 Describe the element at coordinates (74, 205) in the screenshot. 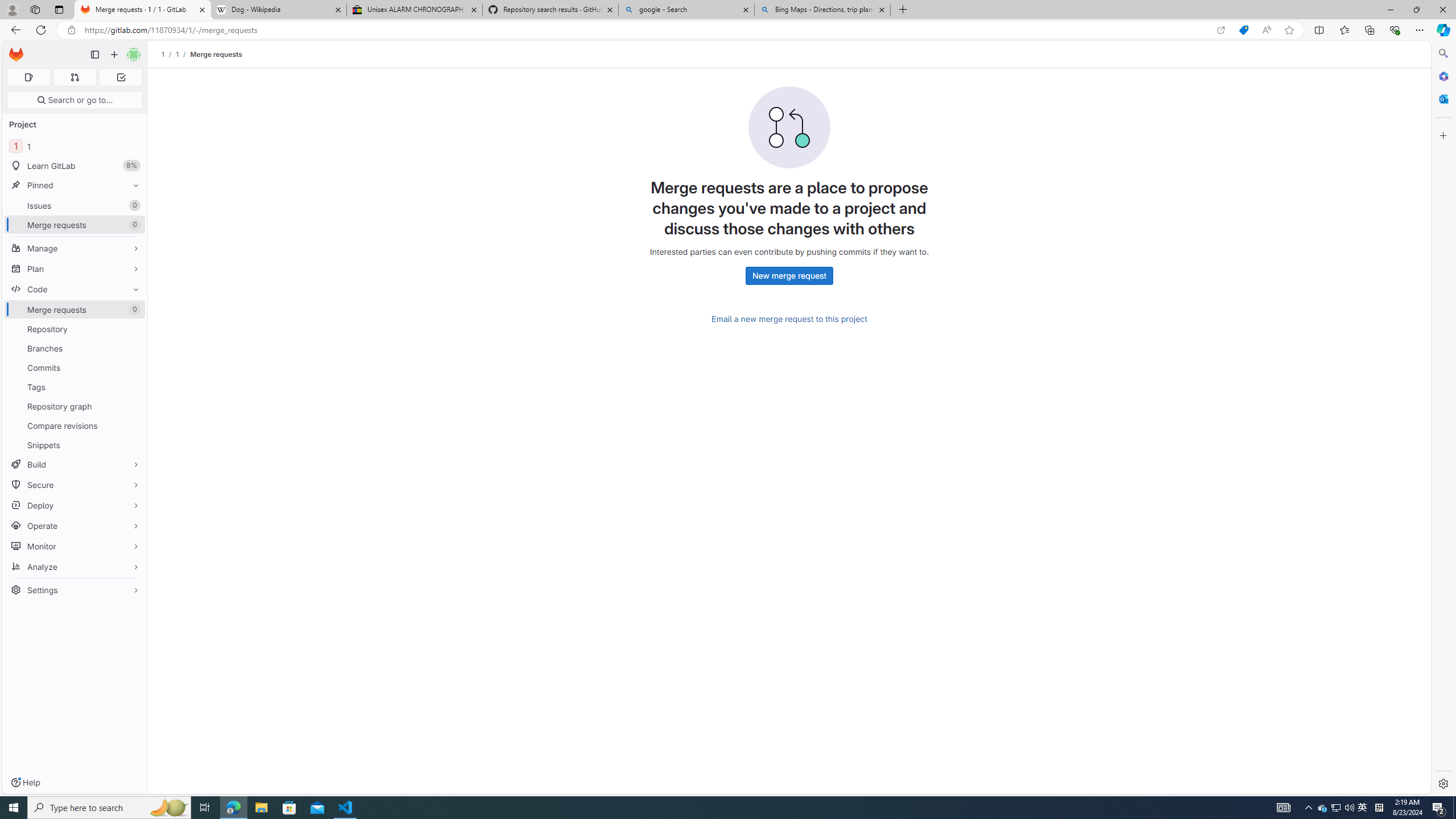

I see `'Issues 0'` at that location.